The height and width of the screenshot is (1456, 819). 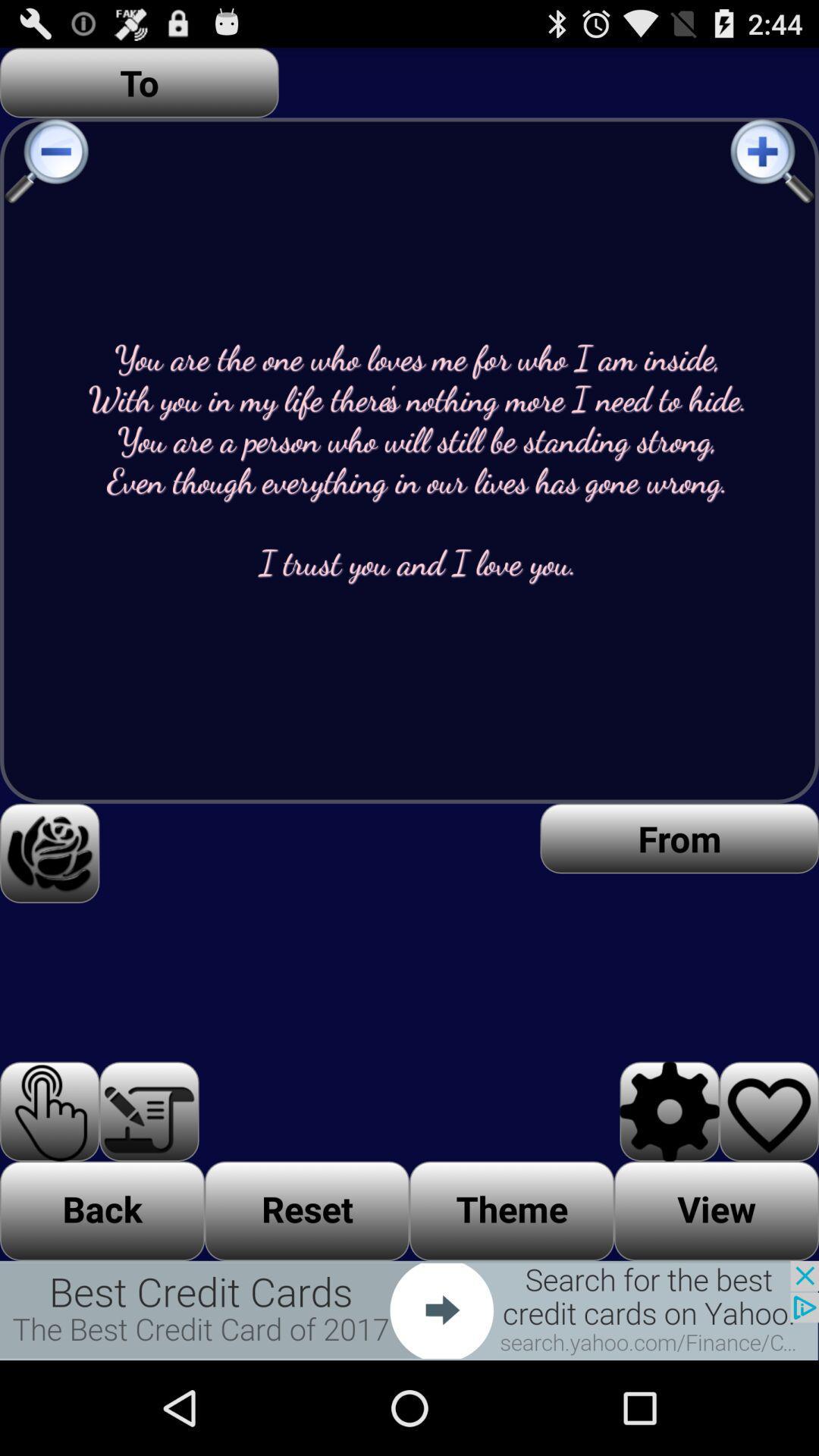 What do you see at coordinates (409, 1310) in the screenshot?
I see `best credit cards advertisement` at bounding box center [409, 1310].